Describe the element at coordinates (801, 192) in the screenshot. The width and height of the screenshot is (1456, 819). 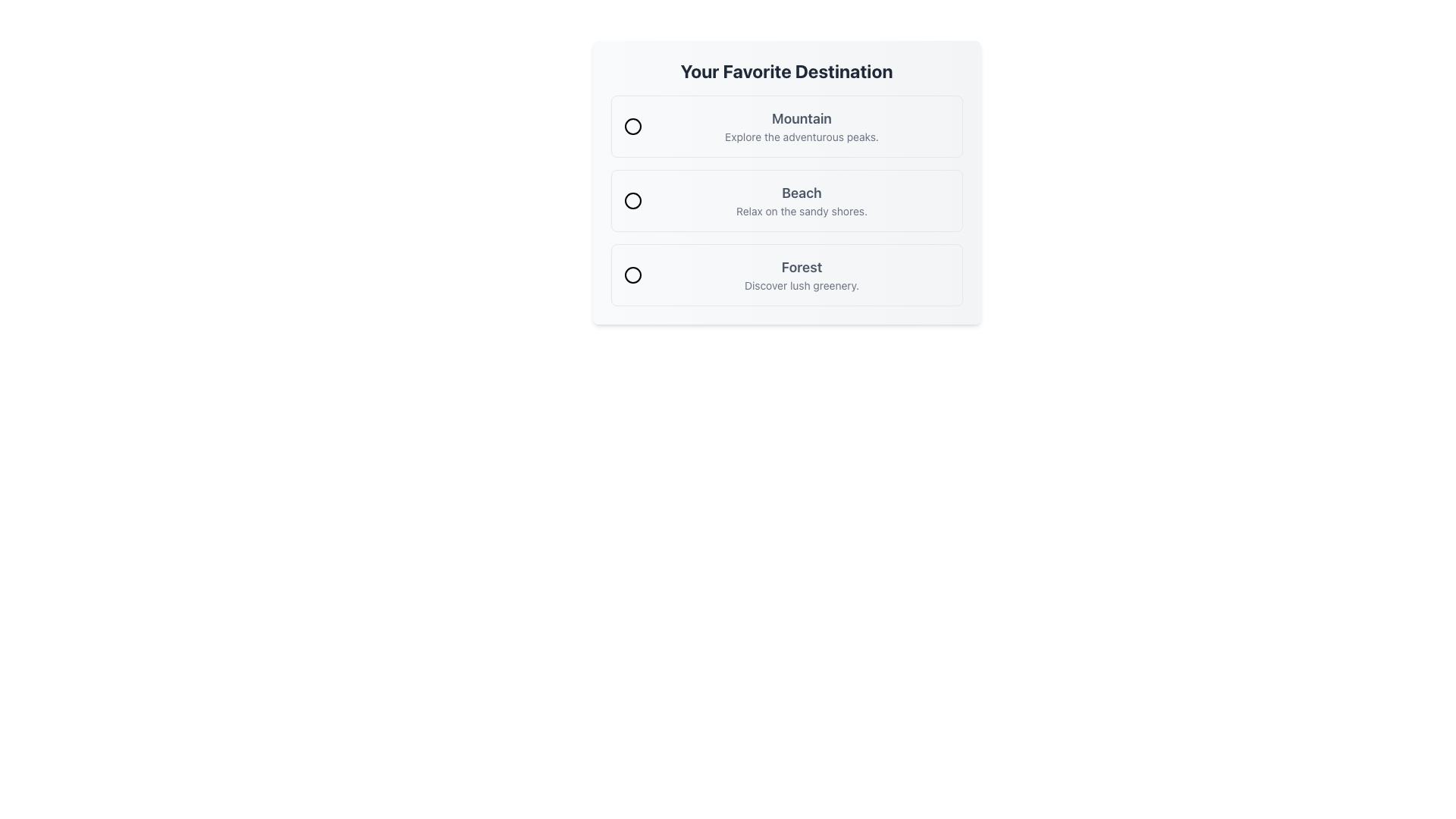
I see `text label that says 'Beach', which is prominently displayed in bold gray font and aligned horizontally, positioned above the descriptive text in a vertical layout` at that location.